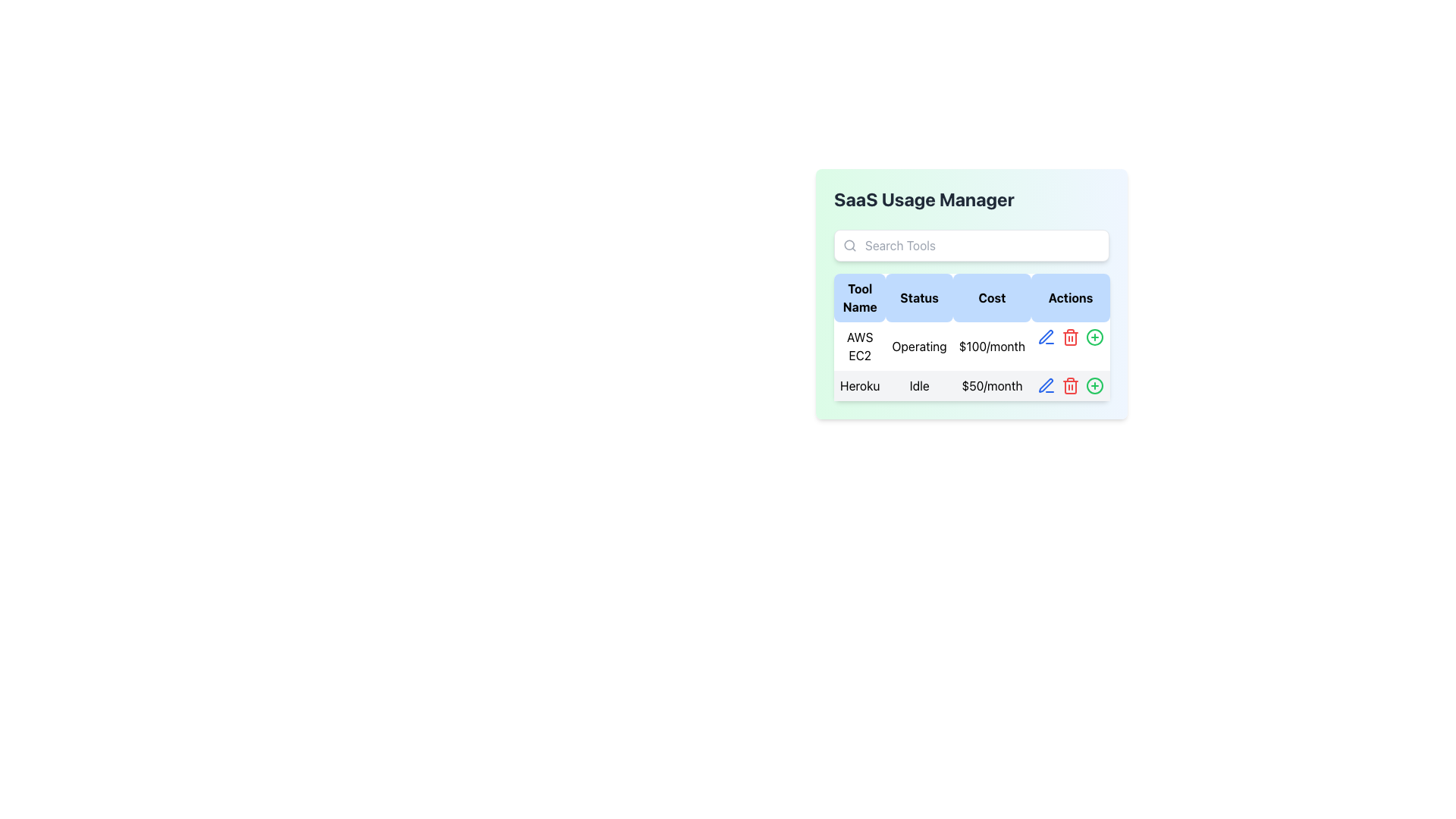 The height and width of the screenshot is (819, 1456). I want to click on the blue pen icon button located in the 'Actions' column of the second row of the table, so click(1046, 336).